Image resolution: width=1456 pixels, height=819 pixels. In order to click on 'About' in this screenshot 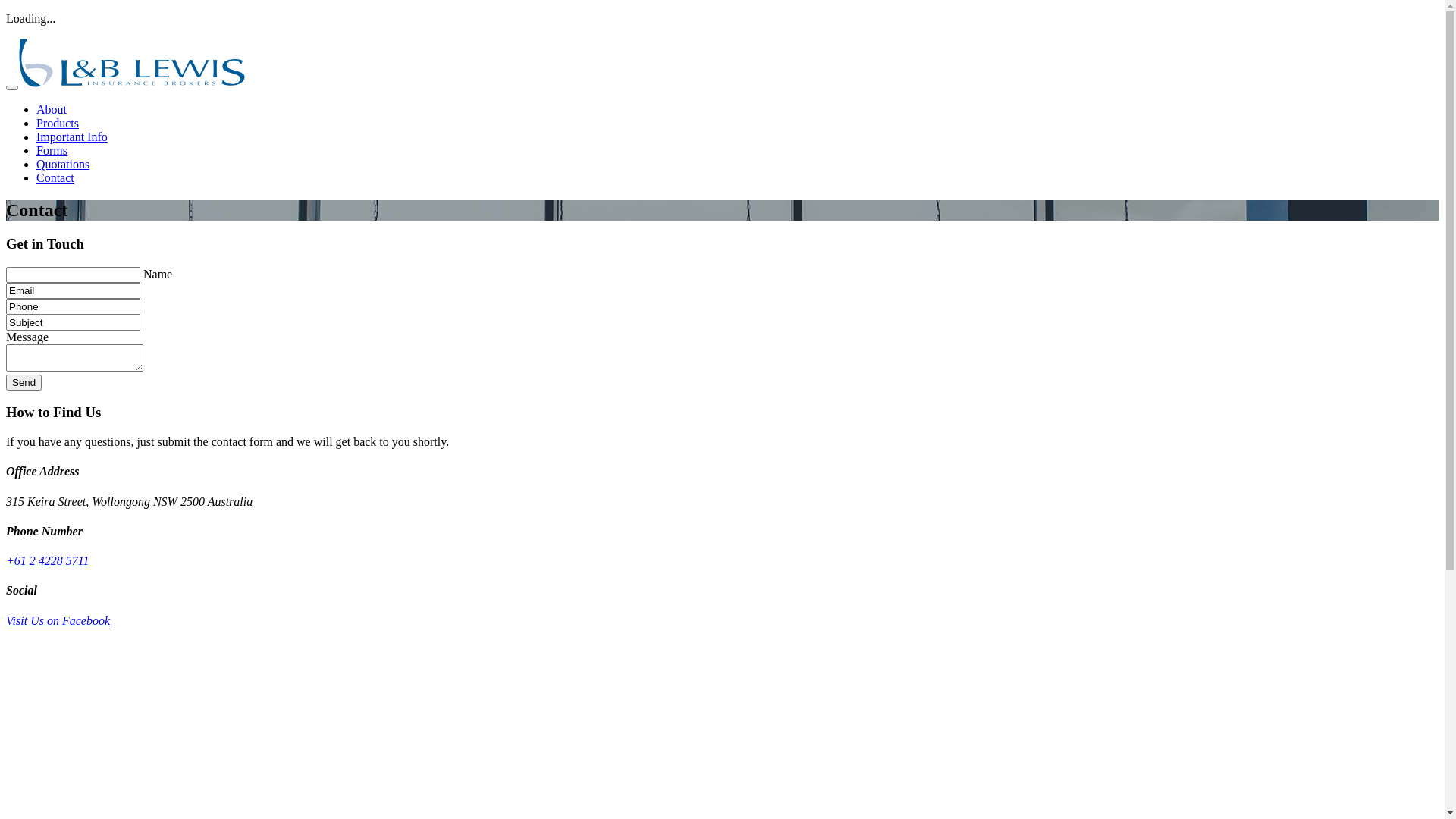, I will do `click(51, 108)`.